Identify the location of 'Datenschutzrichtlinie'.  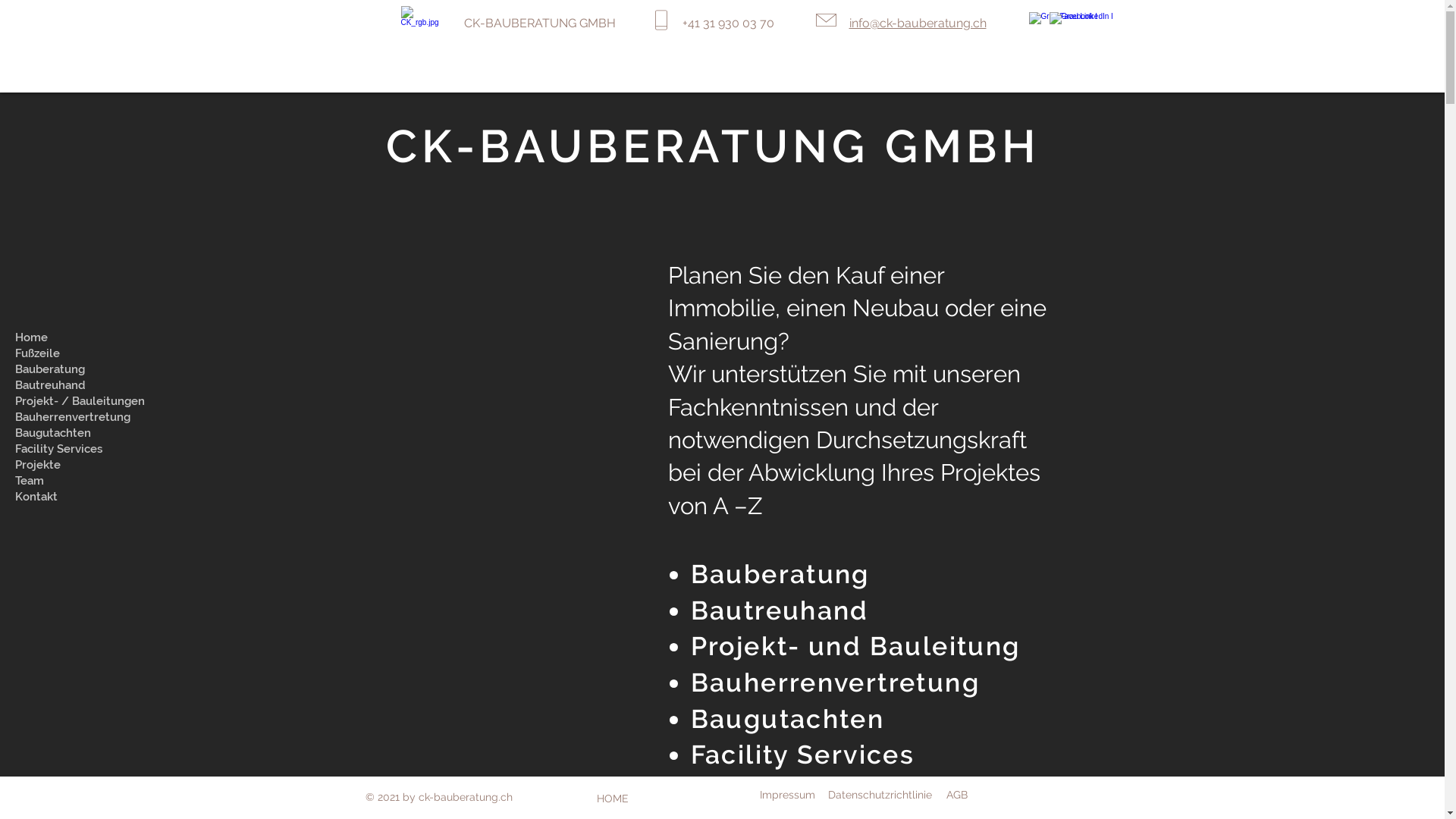
(880, 794).